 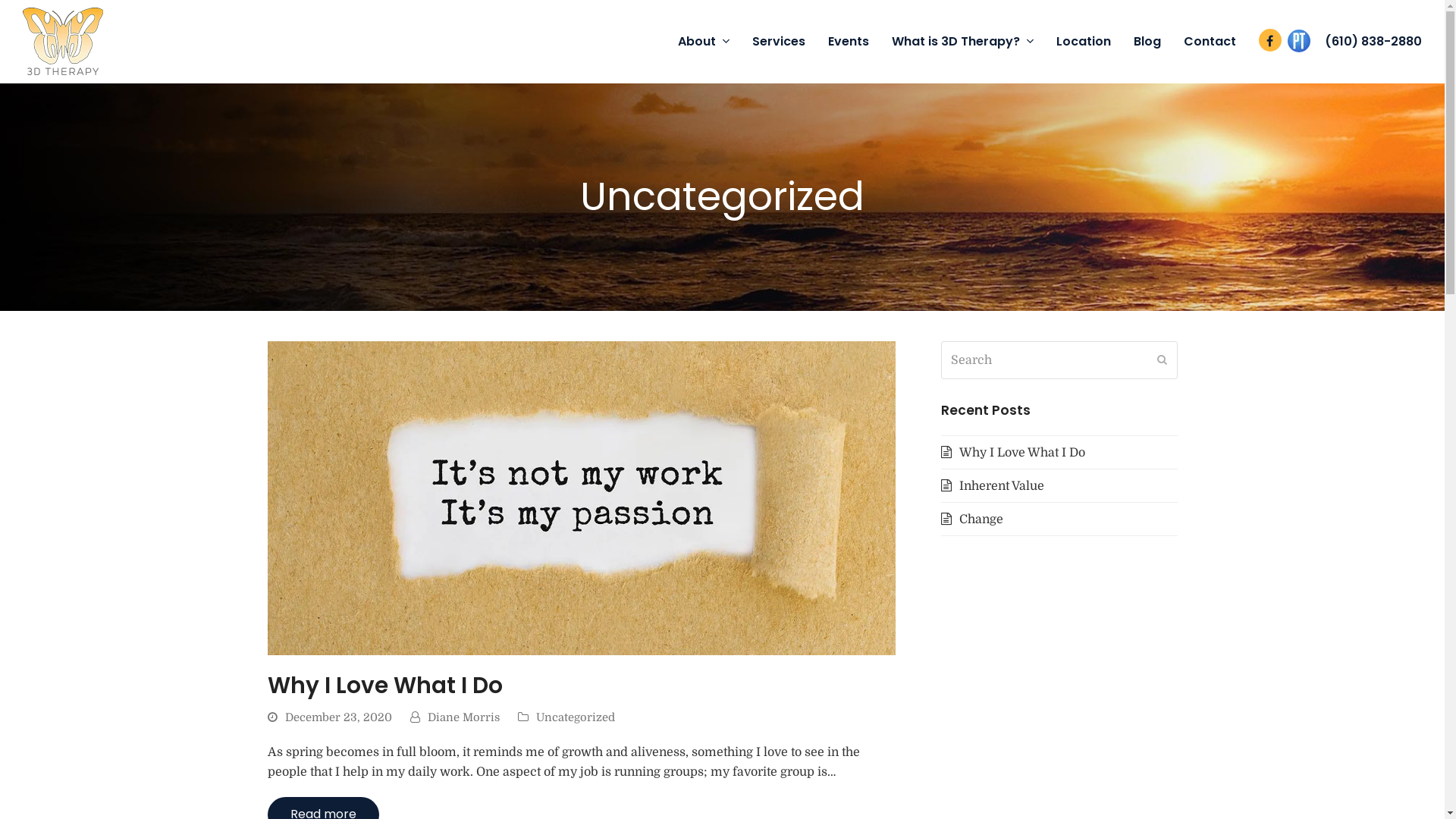 What do you see at coordinates (992, 485) in the screenshot?
I see `'Inherent Value'` at bounding box center [992, 485].